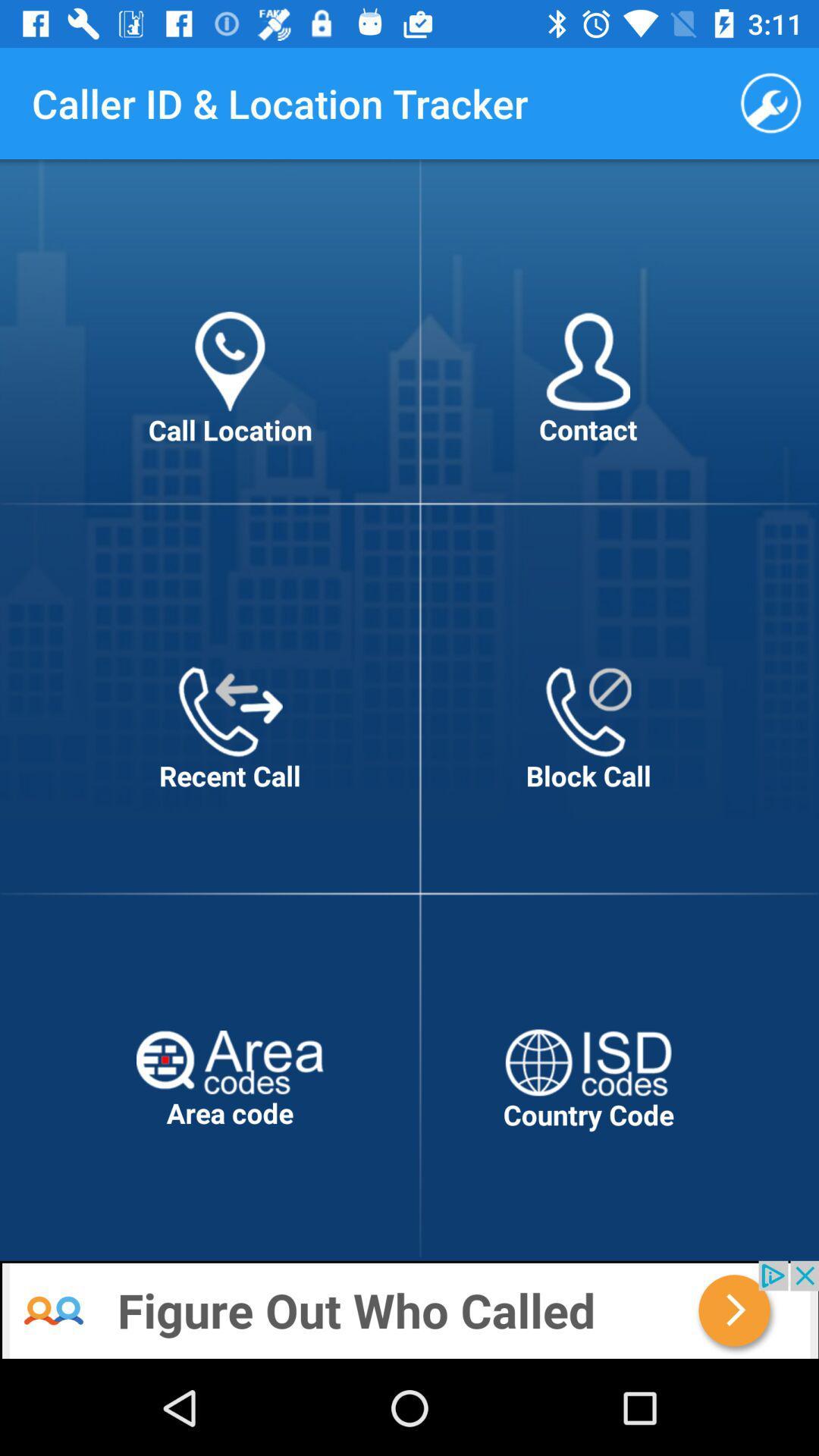 The image size is (819, 1456). What do you see at coordinates (409, 1310) in the screenshot?
I see `see advertisement` at bounding box center [409, 1310].